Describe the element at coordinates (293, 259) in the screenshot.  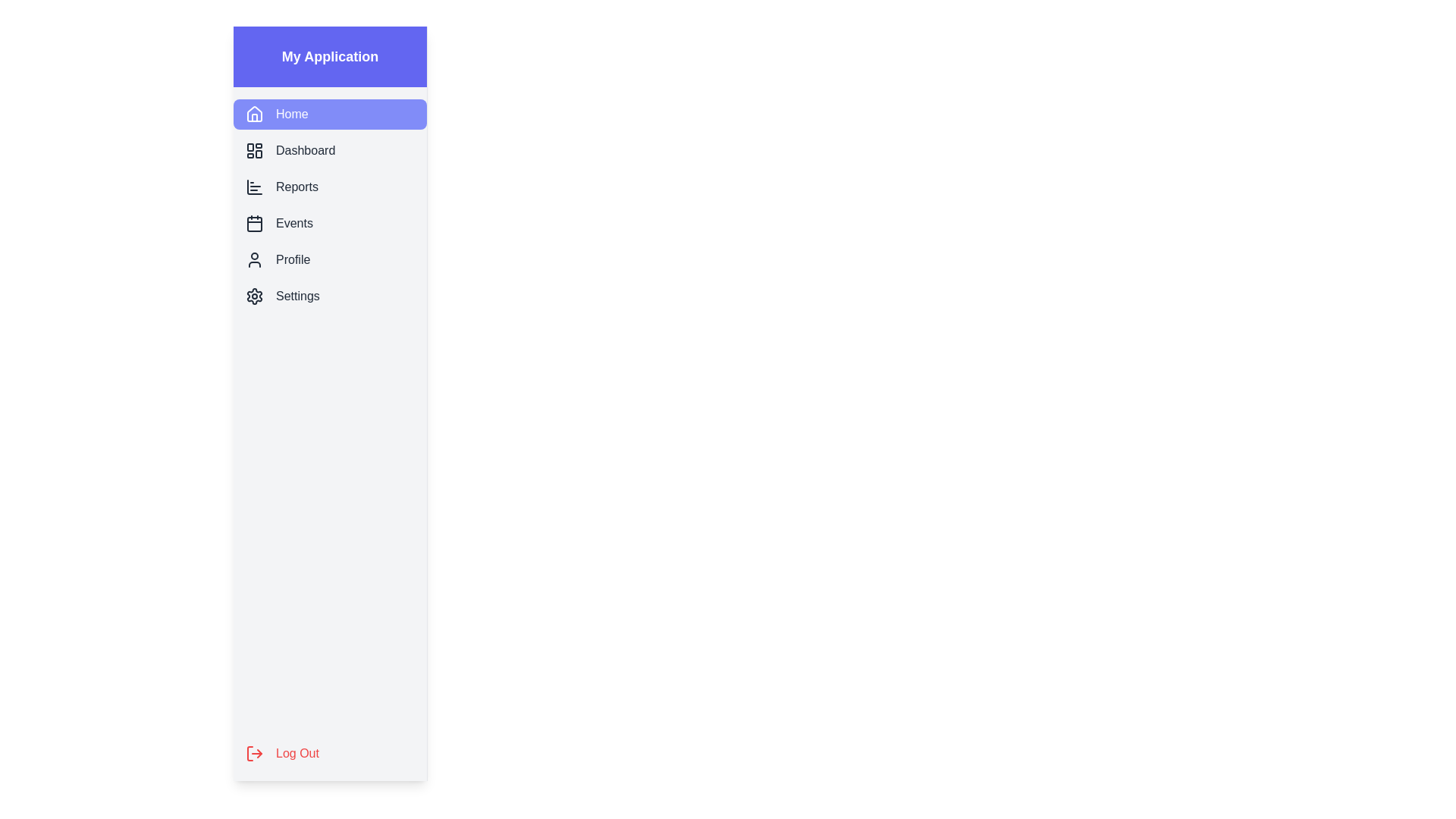
I see `the 'Profile' label in the vertical navigation menu` at that location.